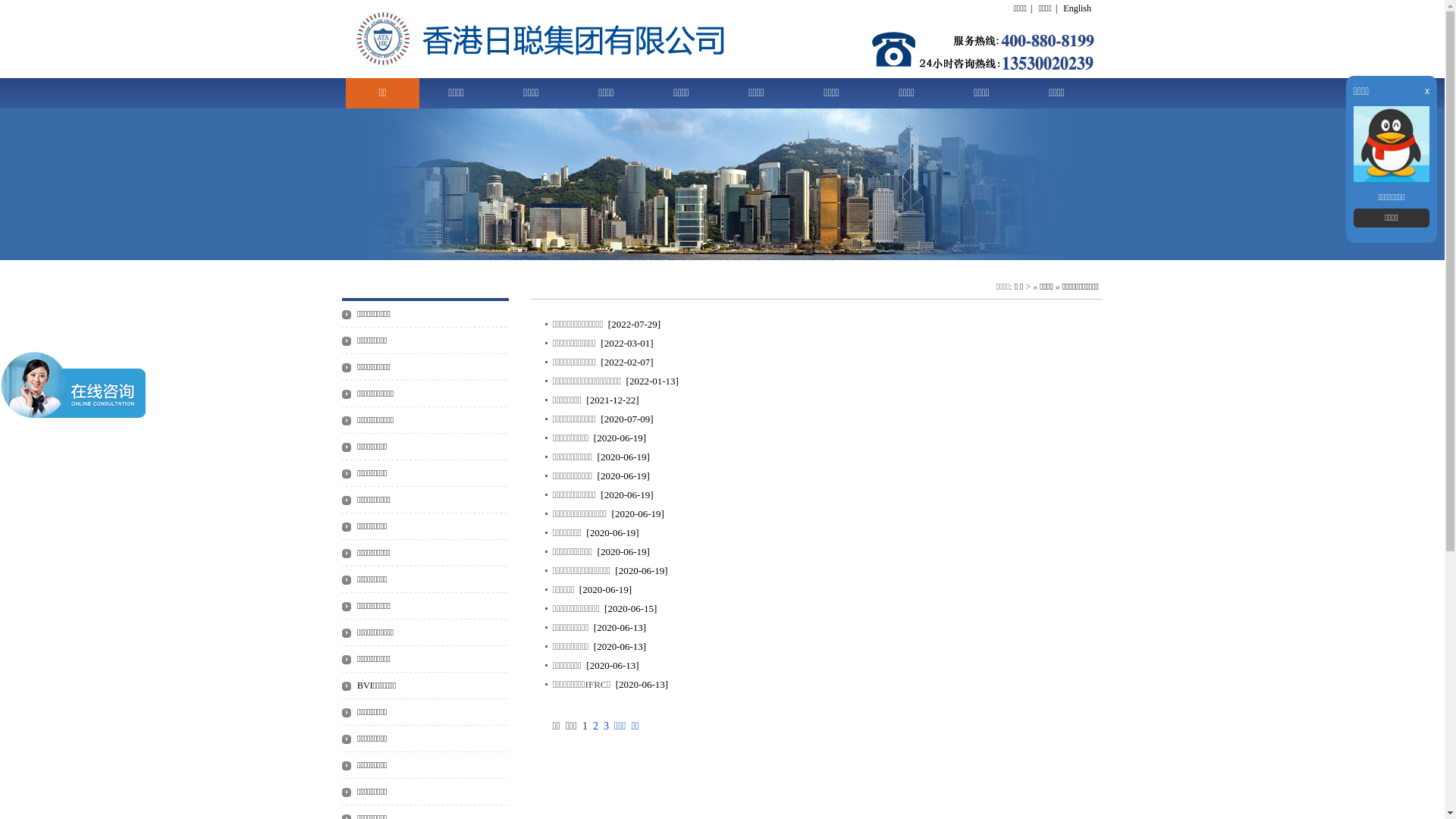 This screenshot has height=819, width=1456. I want to click on '2', so click(595, 725).